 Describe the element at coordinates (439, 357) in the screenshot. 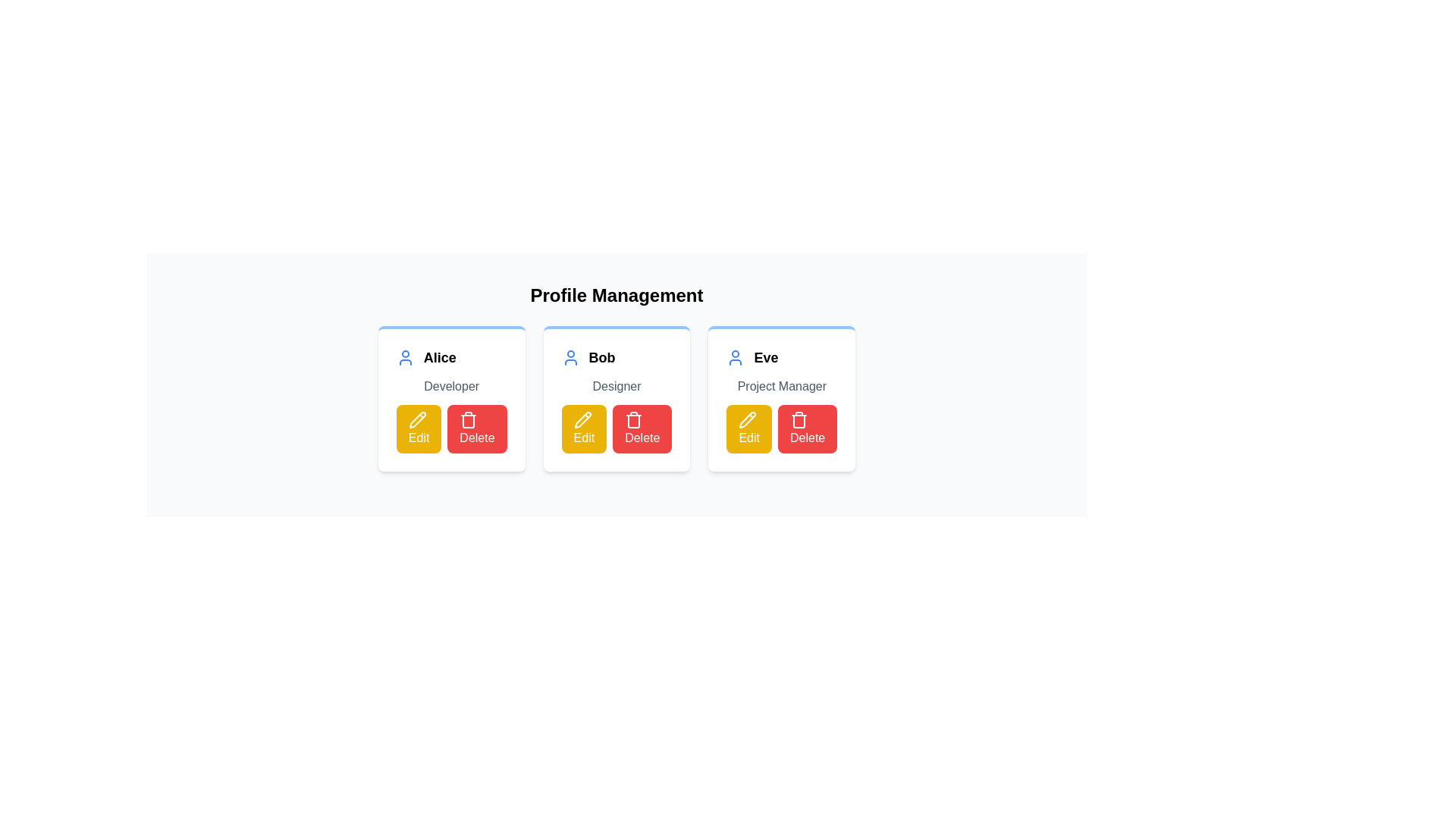

I see `the static text displaying the user name 'Alice' in the user profile card, which is located centrally above the label 'Developer'` at that location.